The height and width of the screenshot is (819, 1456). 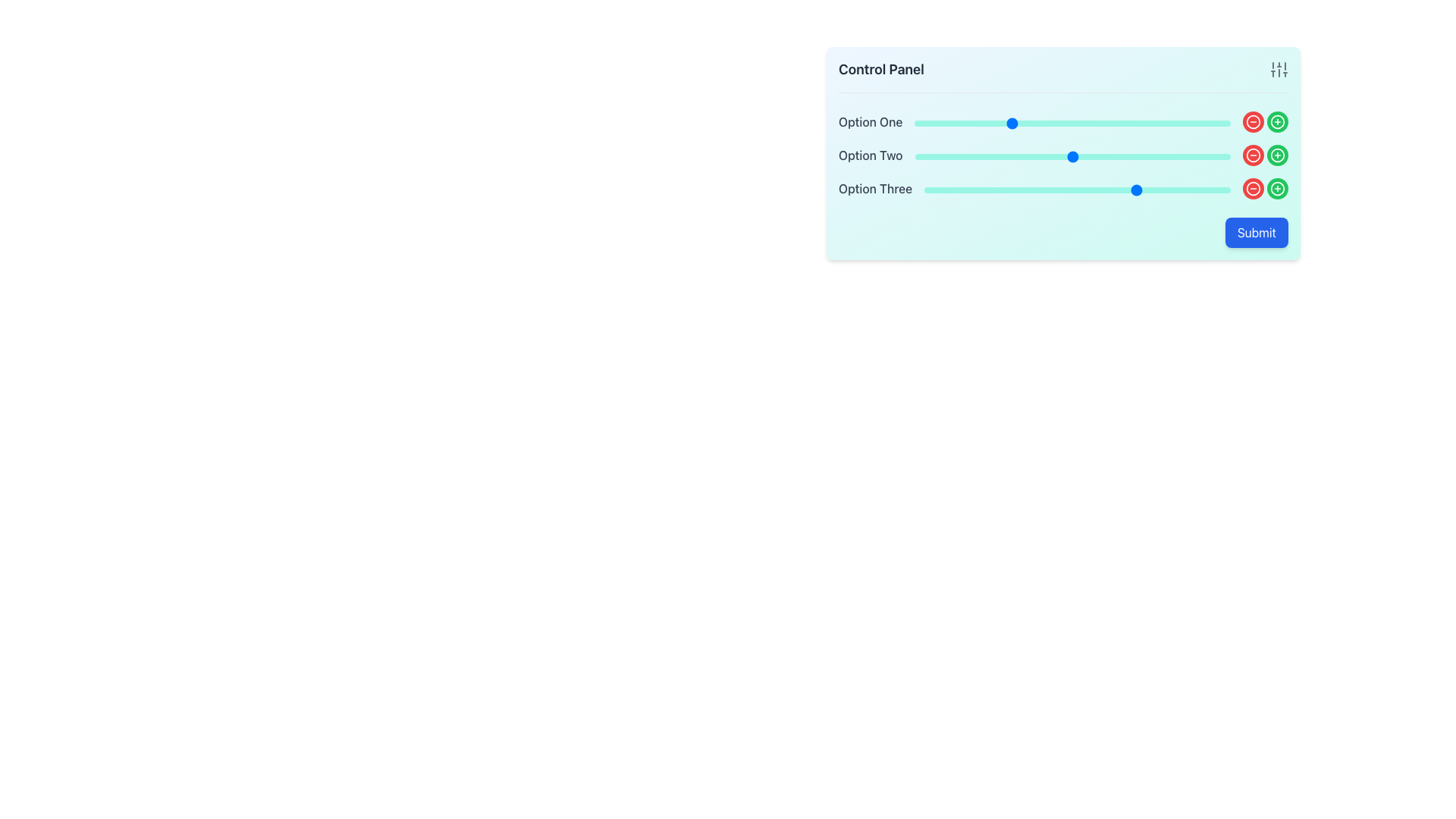 I want to click on the circular red button with a minus symbol located on the far right side of the control panel to decrement or remove an option, so click(x=1253, y=155).